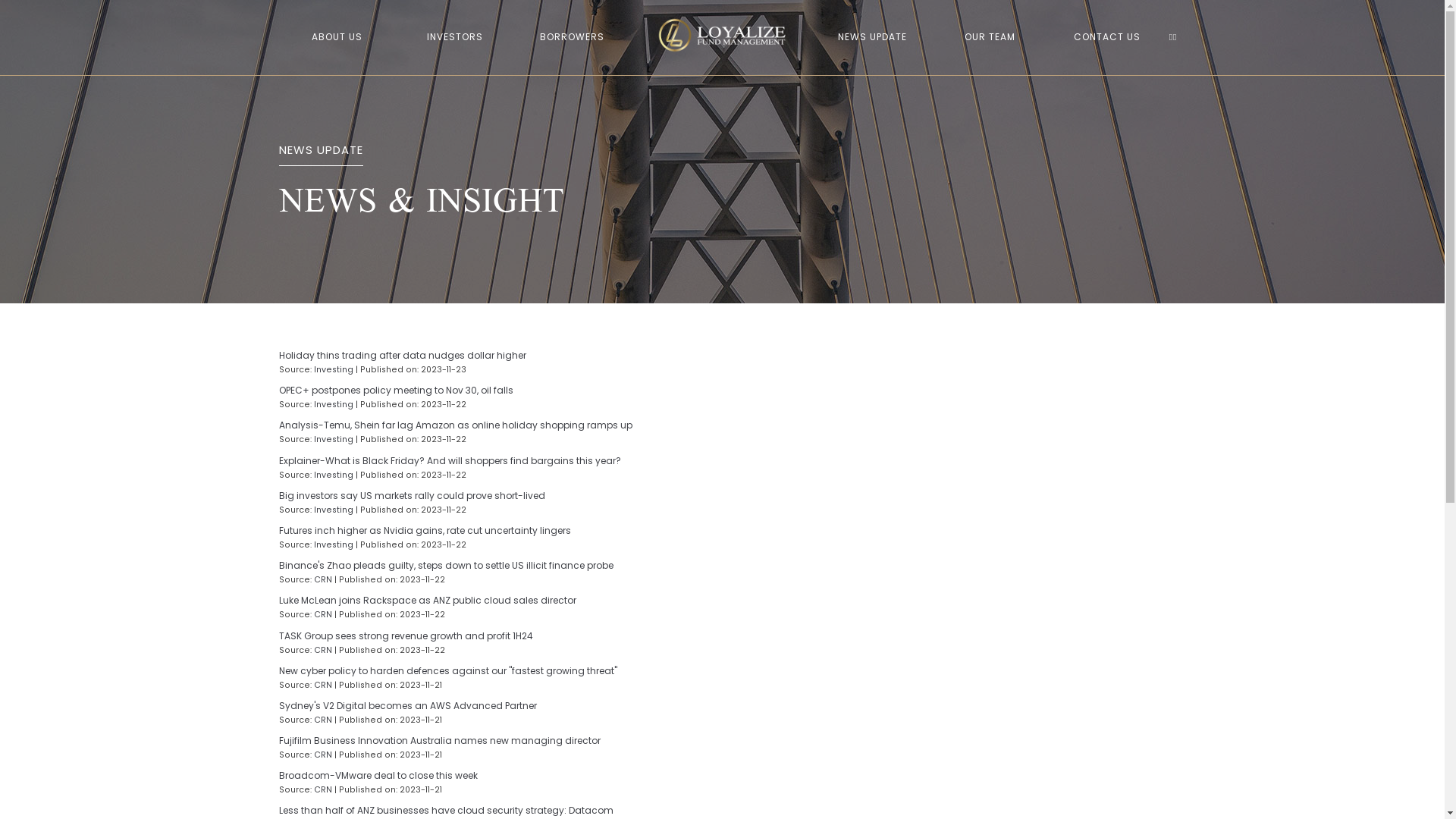 Image resolution: width=1456 pixels, height=819 pixels. I want to click on 'OUR TEAM', so click(990, 36).